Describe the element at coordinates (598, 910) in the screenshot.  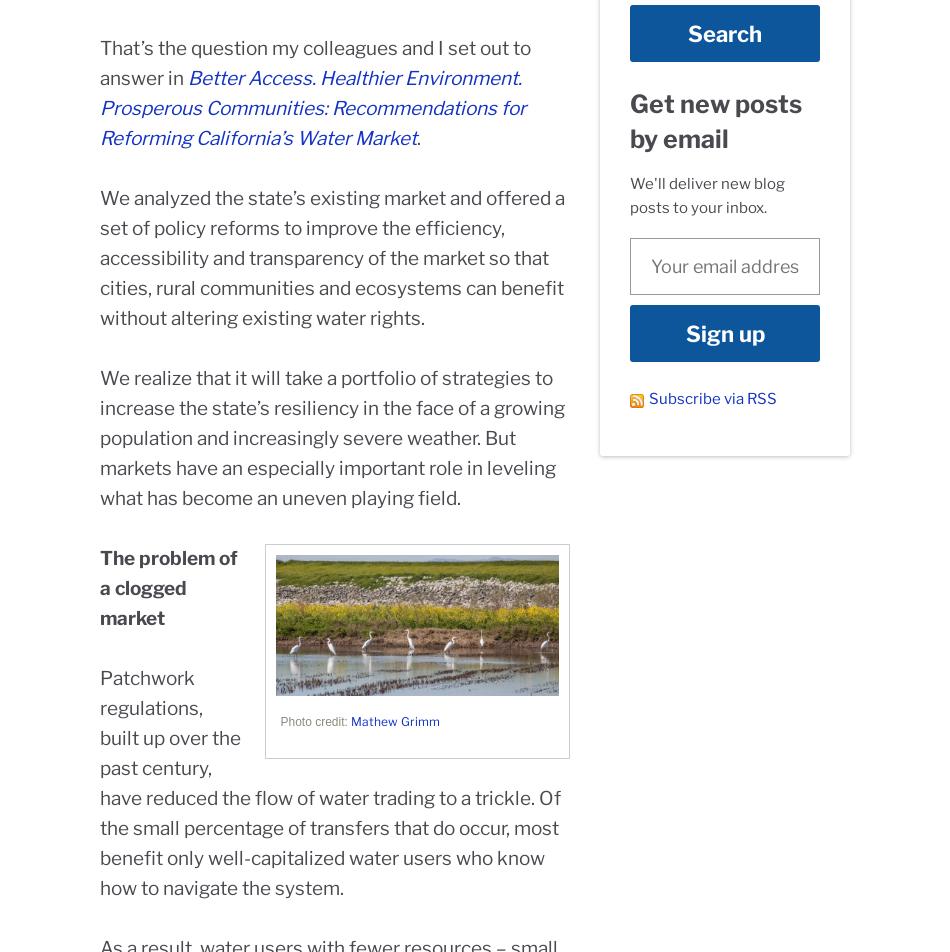
I see `'Environmental Defense Fund. All Rights Reserved.'` at that location.